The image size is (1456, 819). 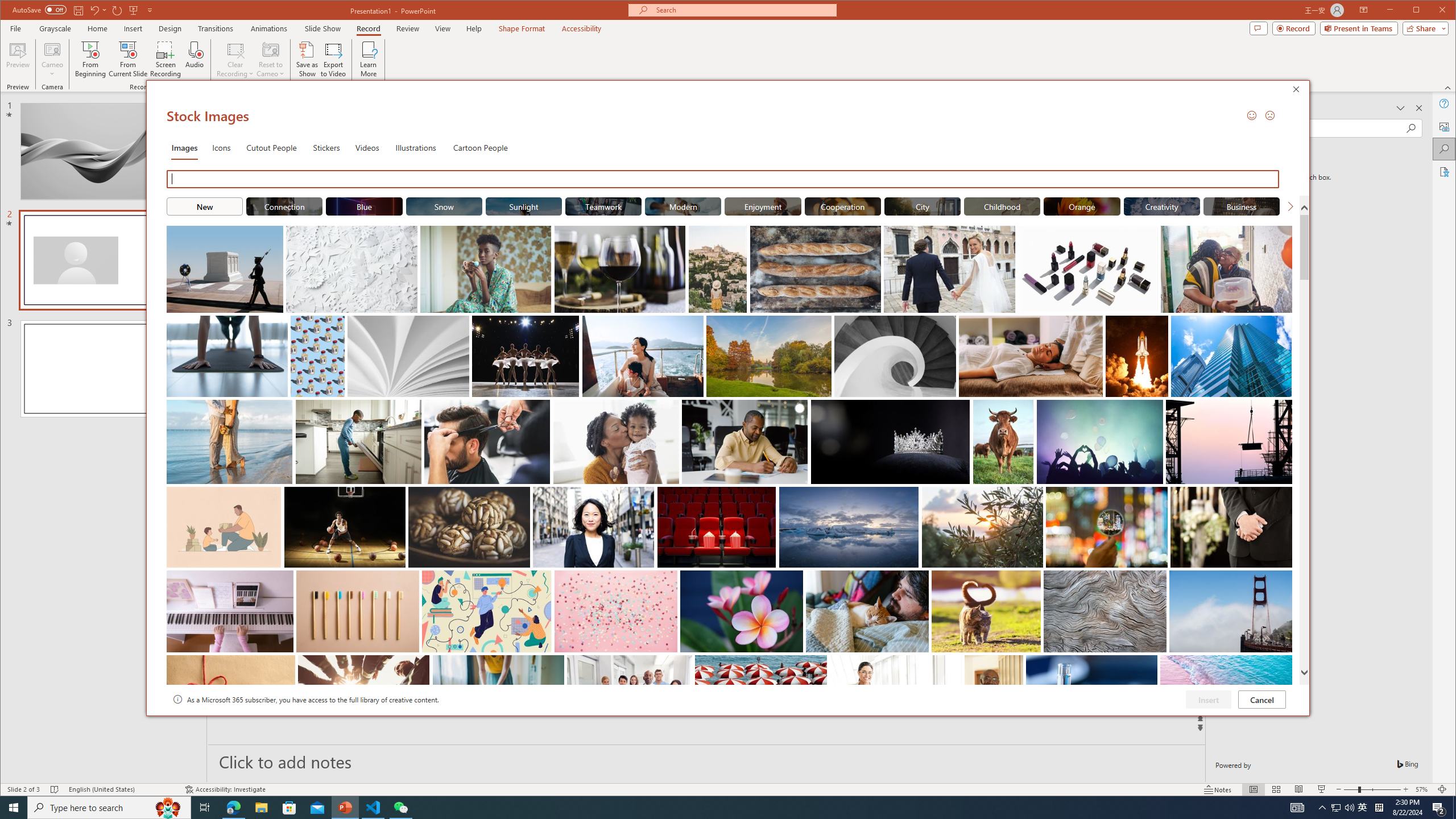 What do you see at coordinates (308, 59) in the screenshot?
I see `'Save as Show'` at bounding box center [308, 59].